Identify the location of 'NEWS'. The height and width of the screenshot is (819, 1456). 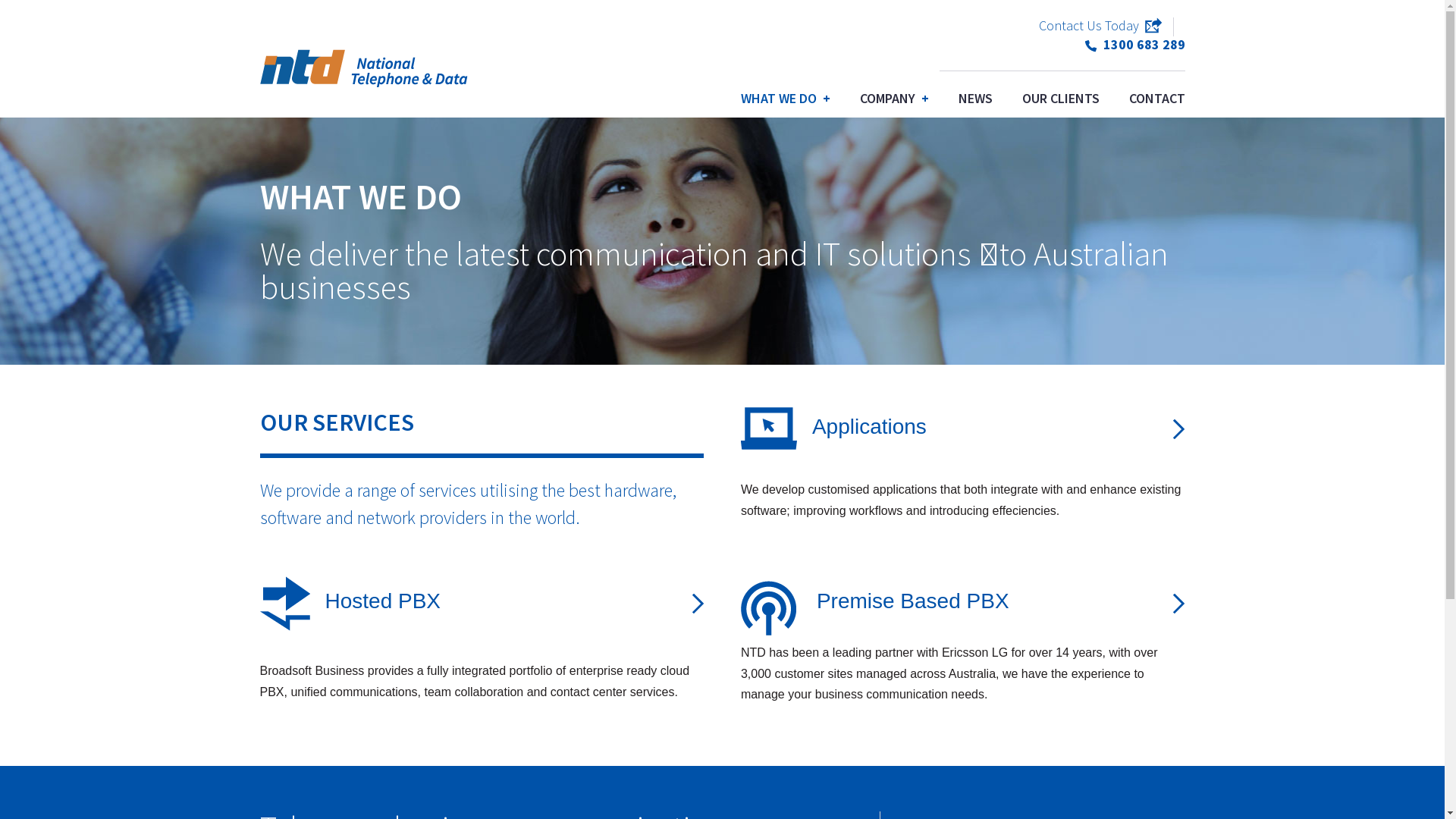
(975, 98).